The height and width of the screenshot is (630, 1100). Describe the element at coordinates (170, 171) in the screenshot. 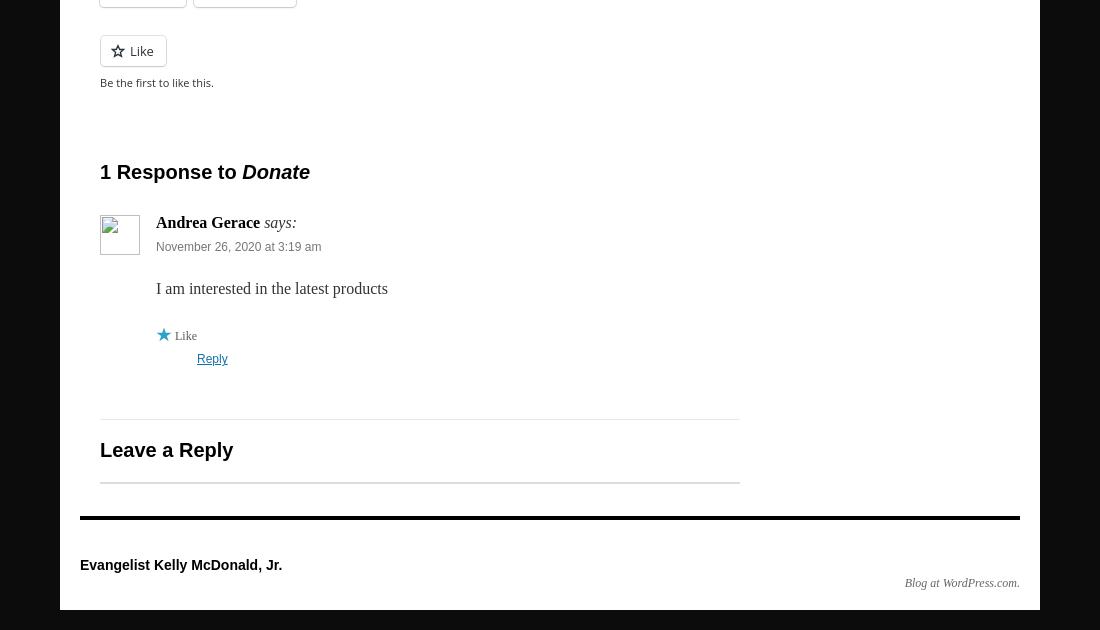

I see `'1 Response to'` at that location.